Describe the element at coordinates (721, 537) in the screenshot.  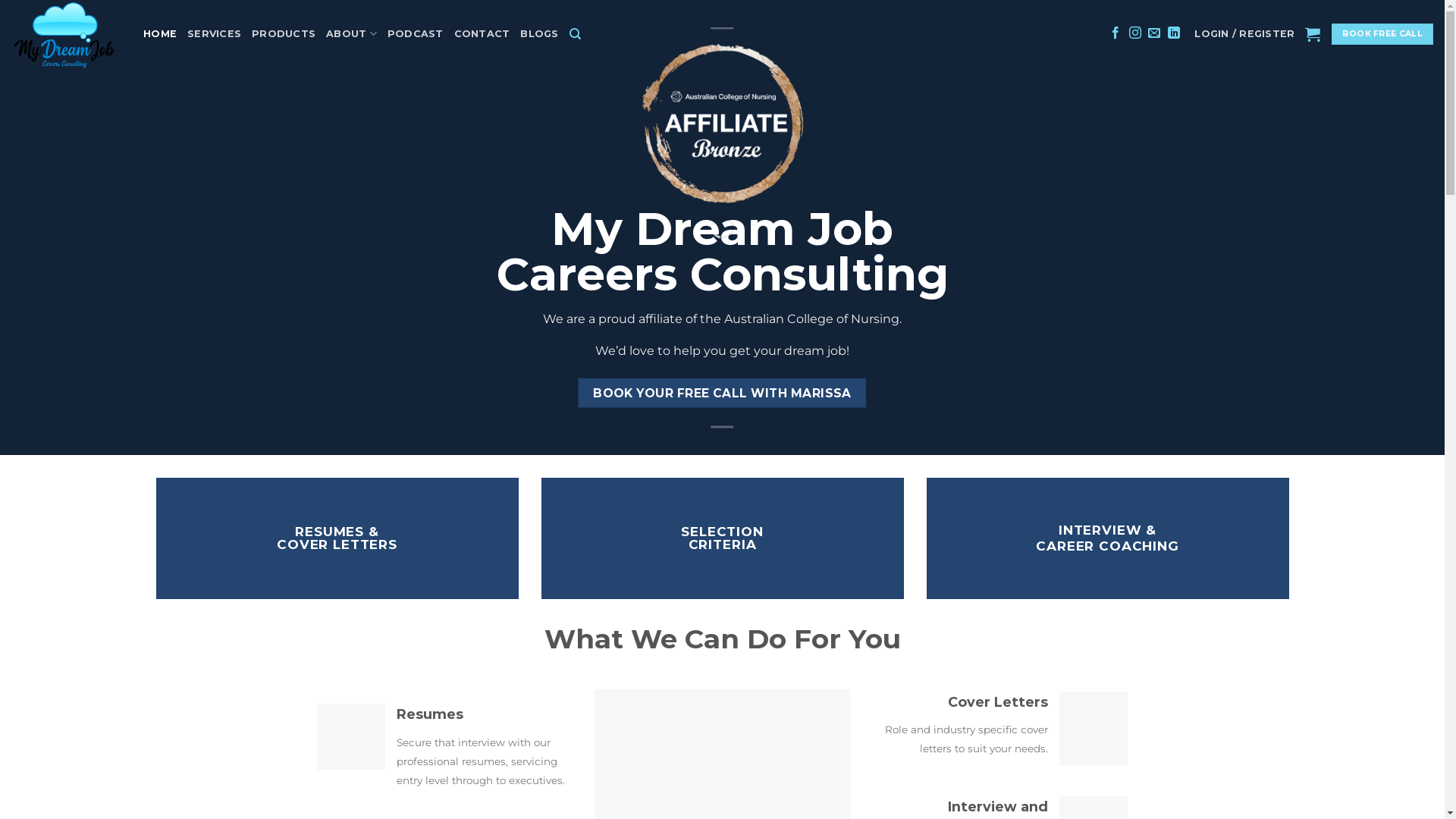
I see `'SELECTION` at that location.